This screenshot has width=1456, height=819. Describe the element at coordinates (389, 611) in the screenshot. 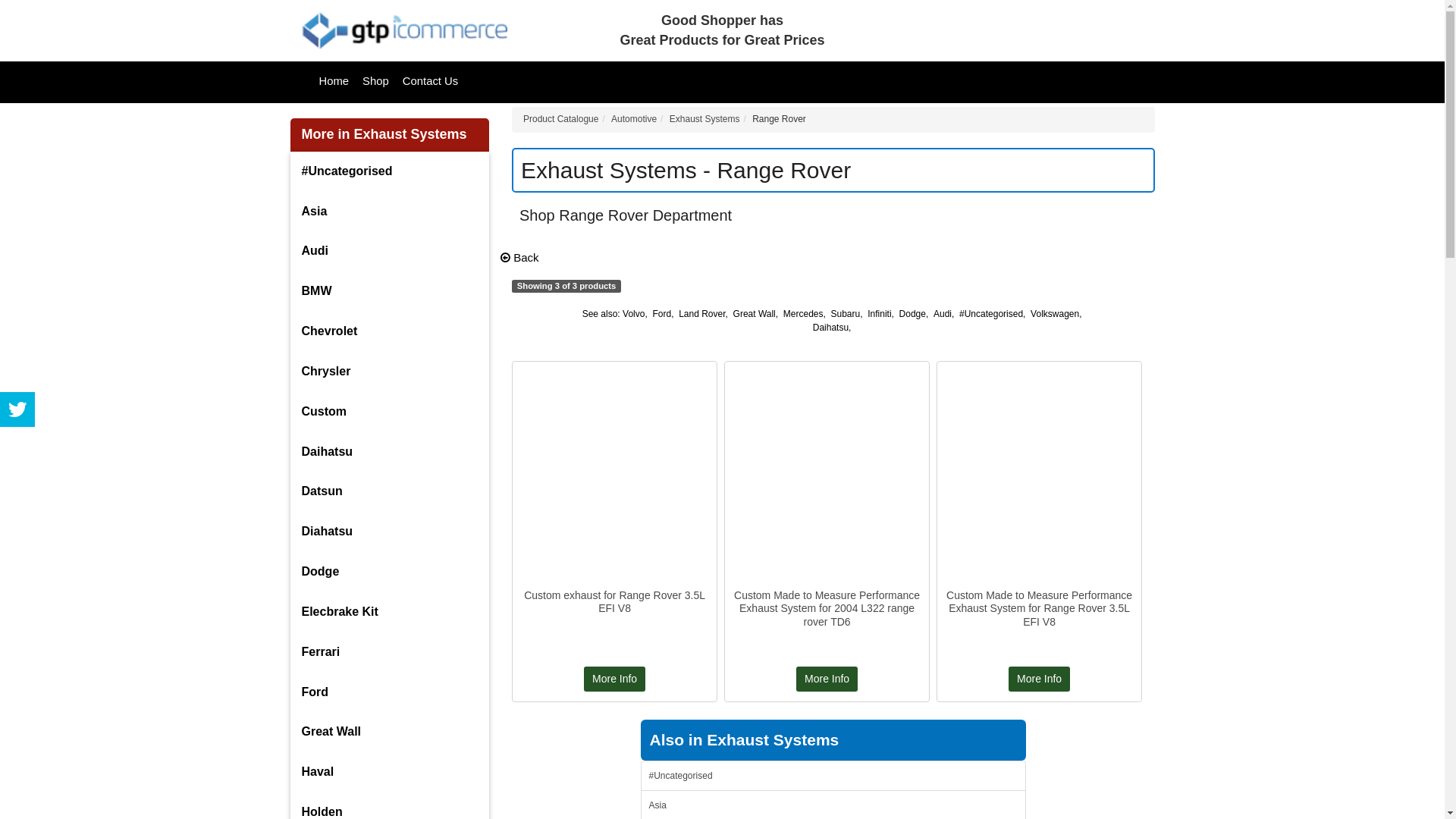

I see `'Elecbrake Kit'` at that location.